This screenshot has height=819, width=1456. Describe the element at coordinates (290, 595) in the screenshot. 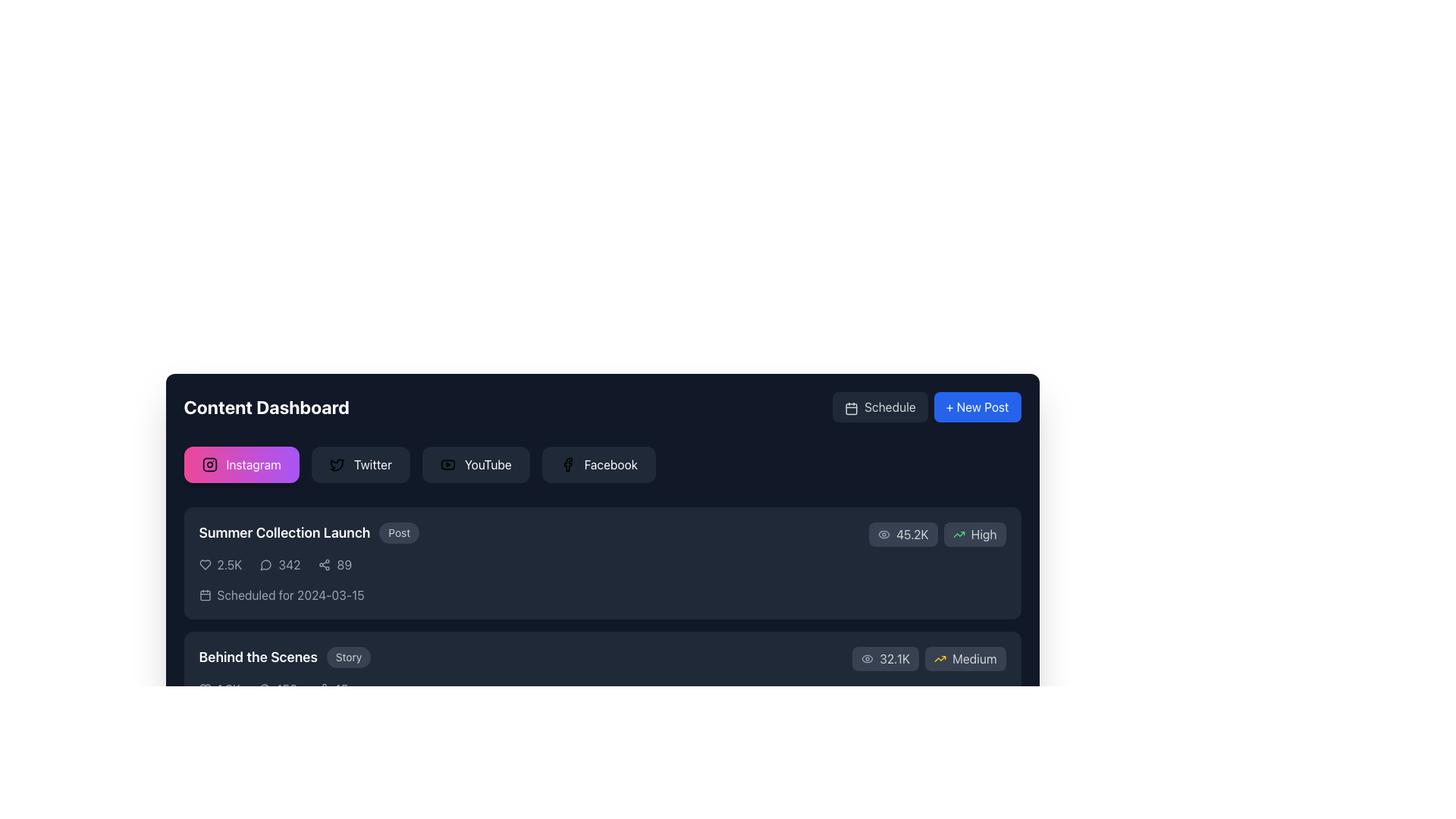

I see `the text label displaying 'Scheduled for 2024-03-15', which is located under the 'Summer Collection Launch' heading and next to a small calendar icon` at that location.